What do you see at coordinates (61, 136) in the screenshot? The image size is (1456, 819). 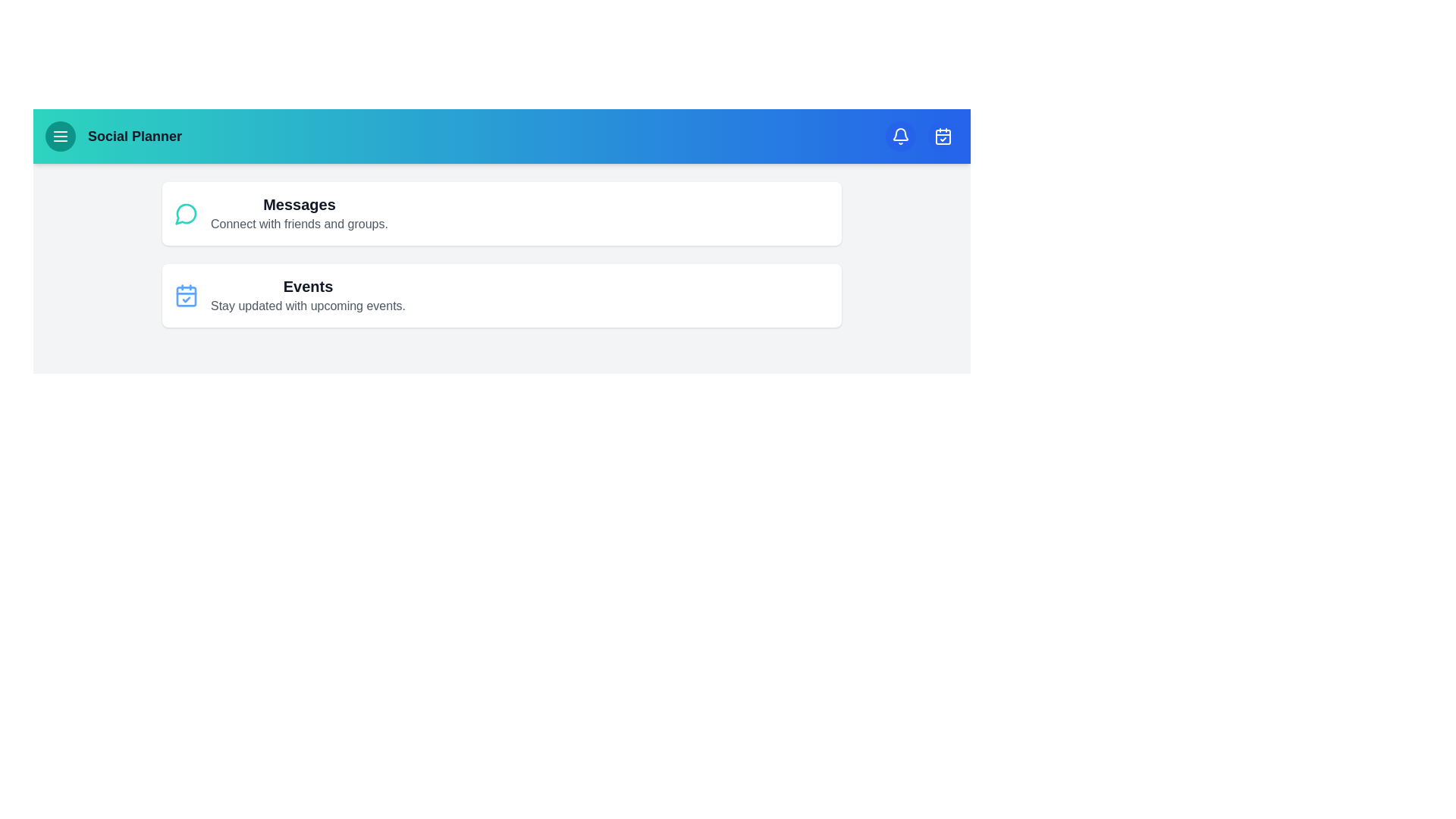 I see `the menu button to open the menu` at bounding box center [61, 136].